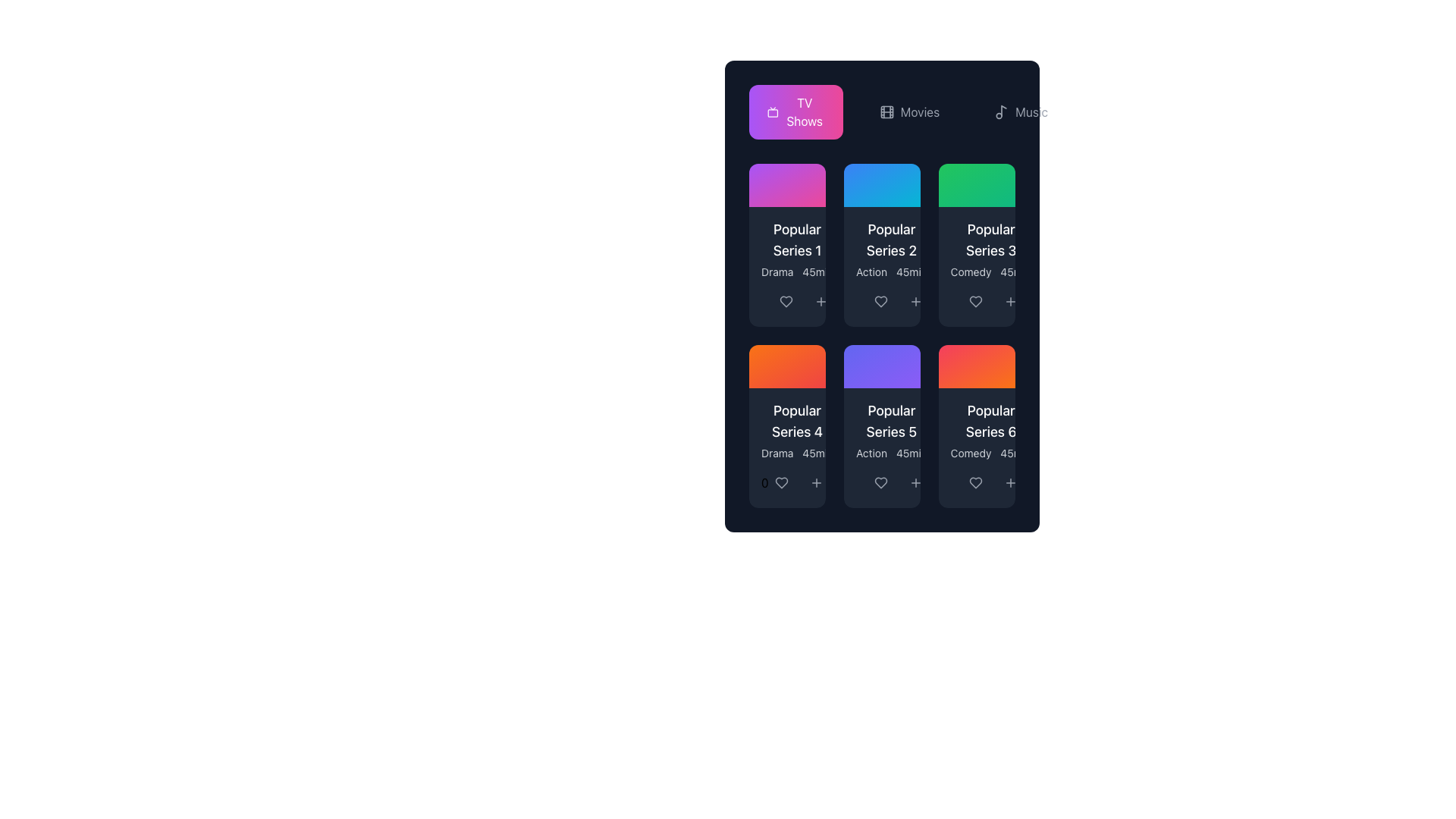 This screenshot has height=819, width=1456. What do you see at coordinates (909, 111) in the screenshot?
I see `the 'Movies' button located in the center of the horizontal navigation menu at the top of the interface` at bounding box center [909, 111].